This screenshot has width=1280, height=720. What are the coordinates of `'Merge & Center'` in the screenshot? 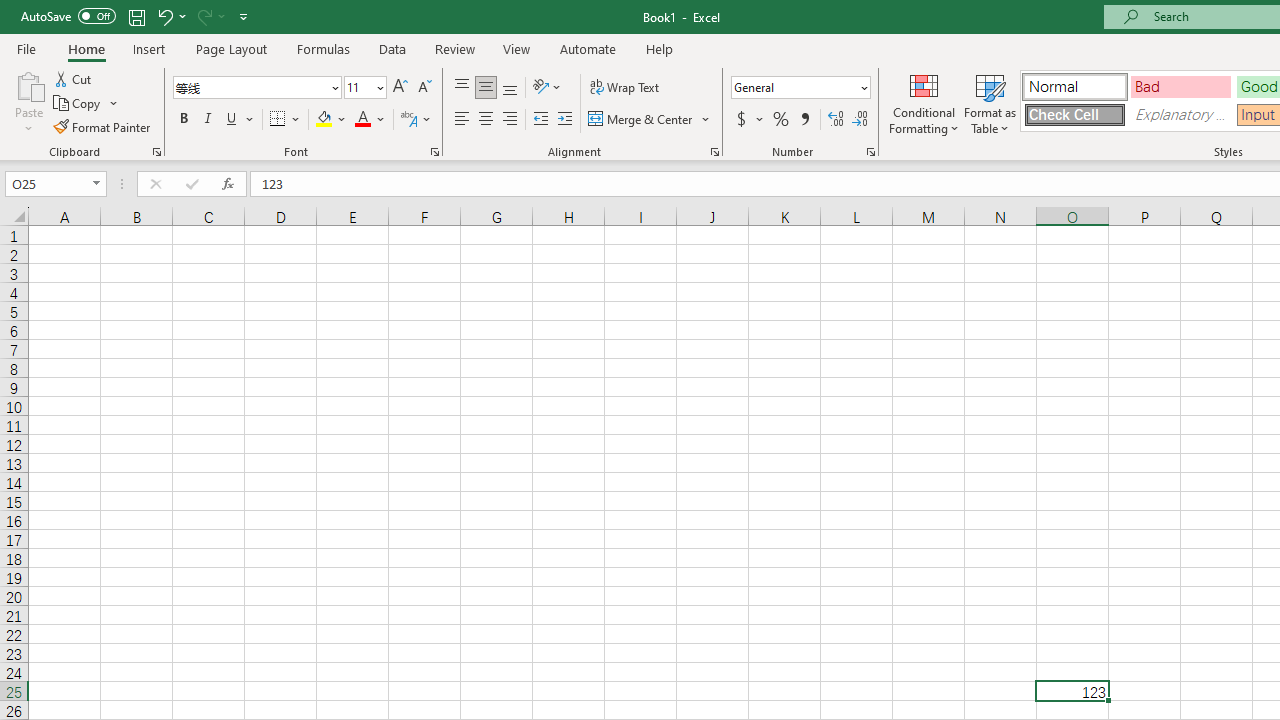 It's located at (650, 119).